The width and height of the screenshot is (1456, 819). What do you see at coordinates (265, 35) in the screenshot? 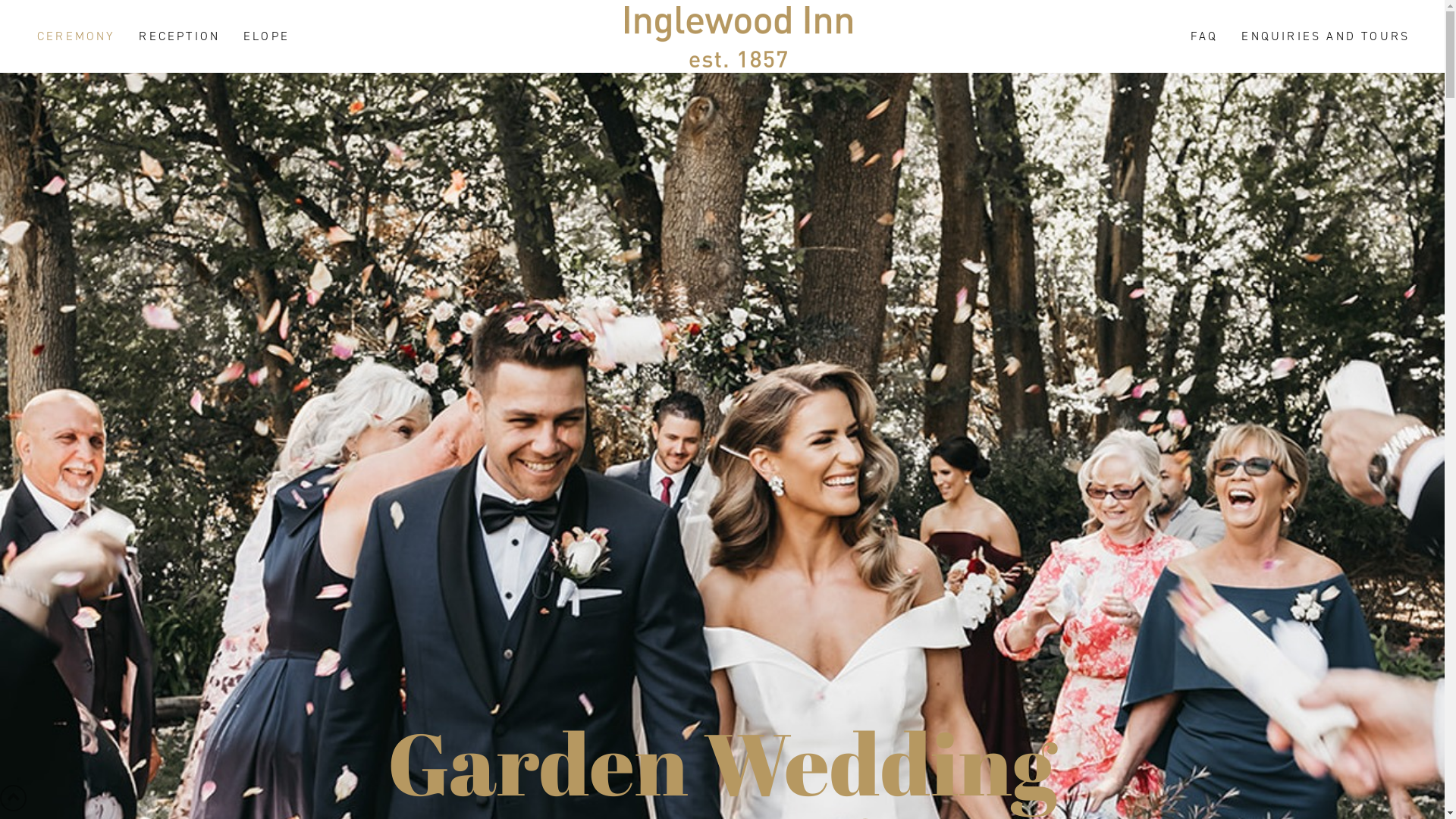
I see `'ELOPE'` at bounding box center [265, 35].